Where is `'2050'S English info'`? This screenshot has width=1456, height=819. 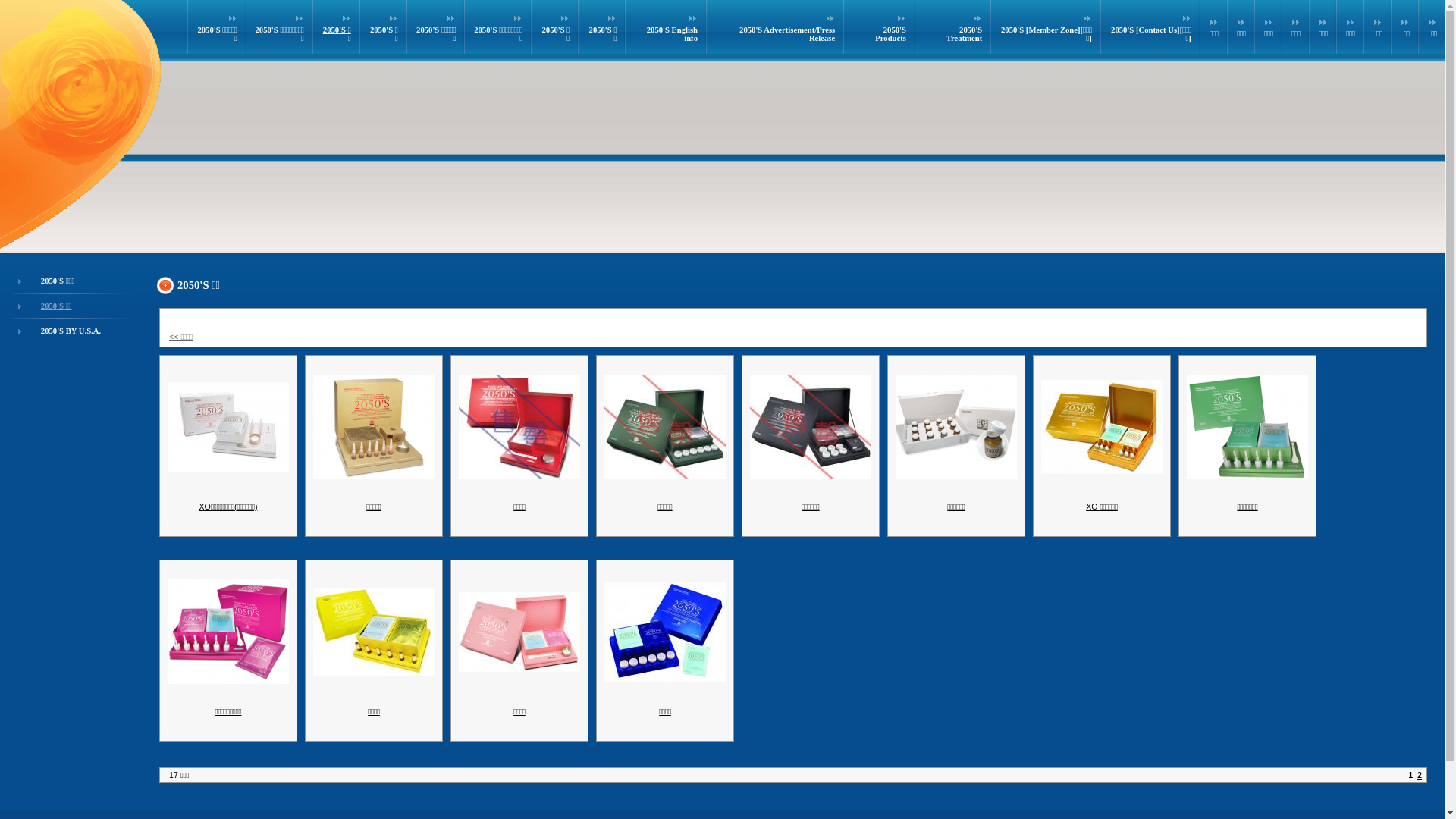 '2050'S English info' is located at coordinates (647, 34).